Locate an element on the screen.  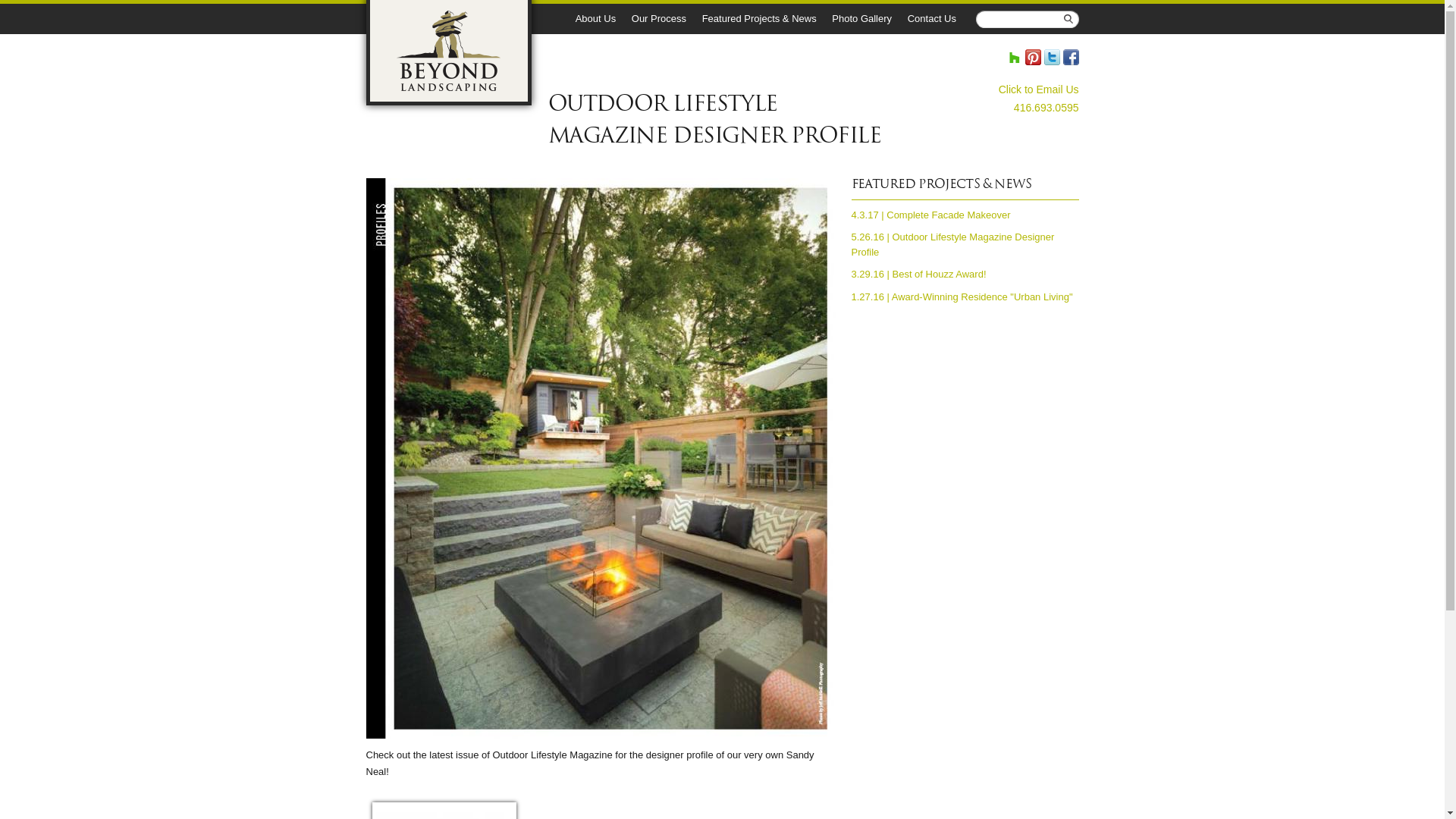
'Skip to main content' is located at coordinates (693, 2).